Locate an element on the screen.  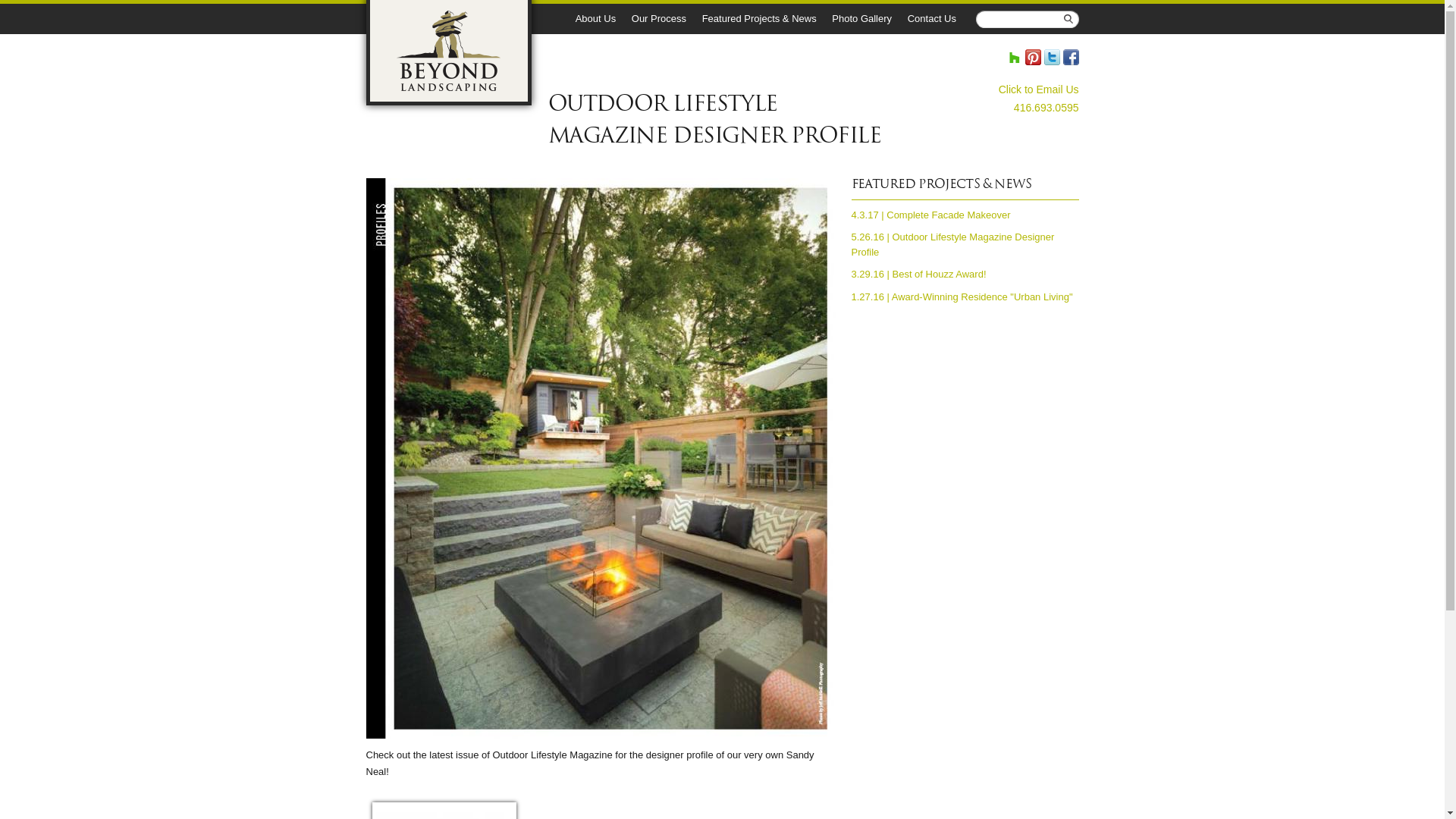
'Skip to main content' is located at coordinates (693, 2).